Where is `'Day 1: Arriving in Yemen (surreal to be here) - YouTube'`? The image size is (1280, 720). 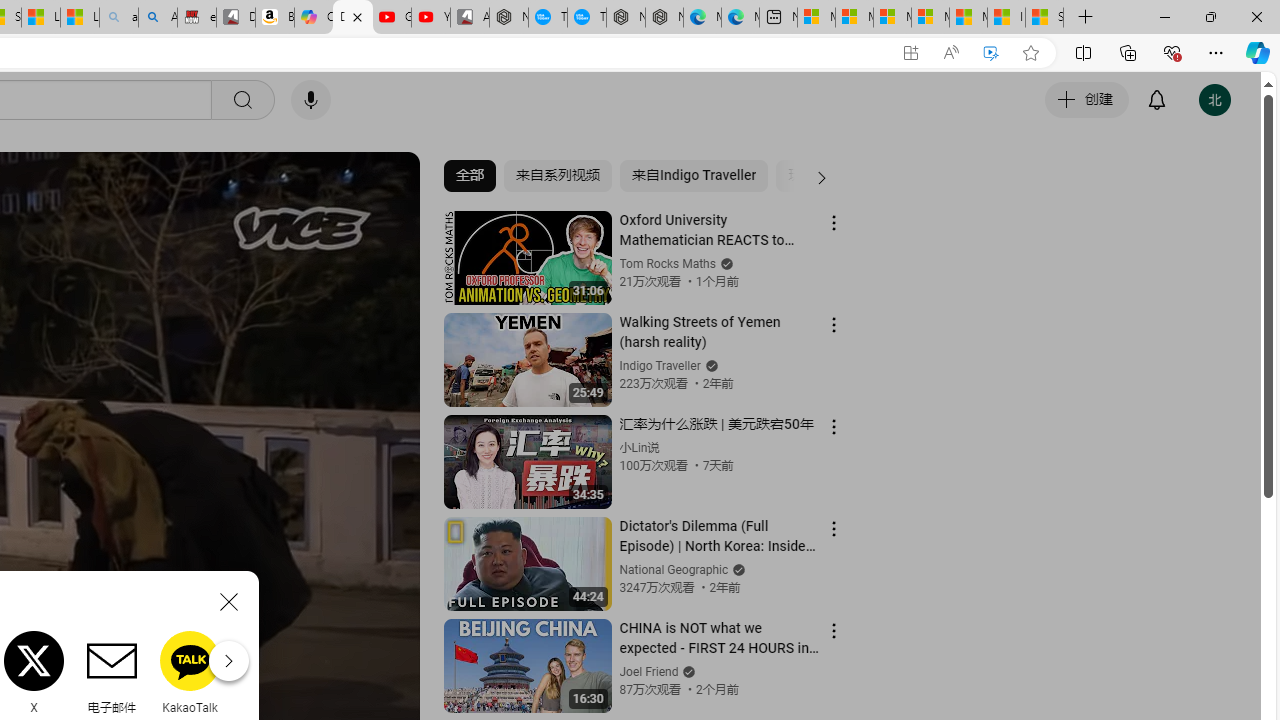
'Day 1: Arriving in Yemen (surreal to be here) - YouTube' is located at coordinates (353, 17).